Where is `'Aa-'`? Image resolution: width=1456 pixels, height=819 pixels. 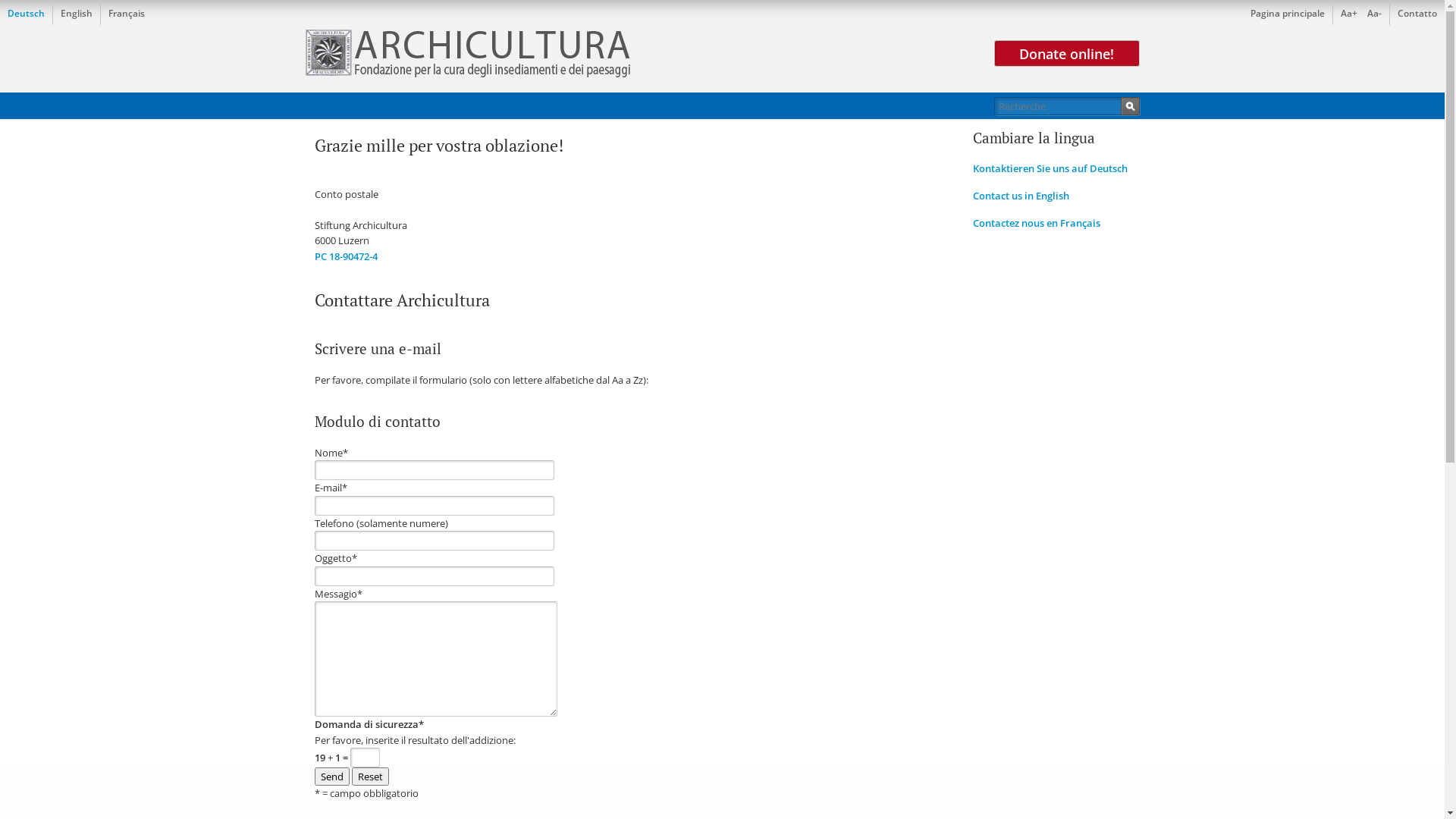
'Aa-' is located at coordinates (1374, 14).